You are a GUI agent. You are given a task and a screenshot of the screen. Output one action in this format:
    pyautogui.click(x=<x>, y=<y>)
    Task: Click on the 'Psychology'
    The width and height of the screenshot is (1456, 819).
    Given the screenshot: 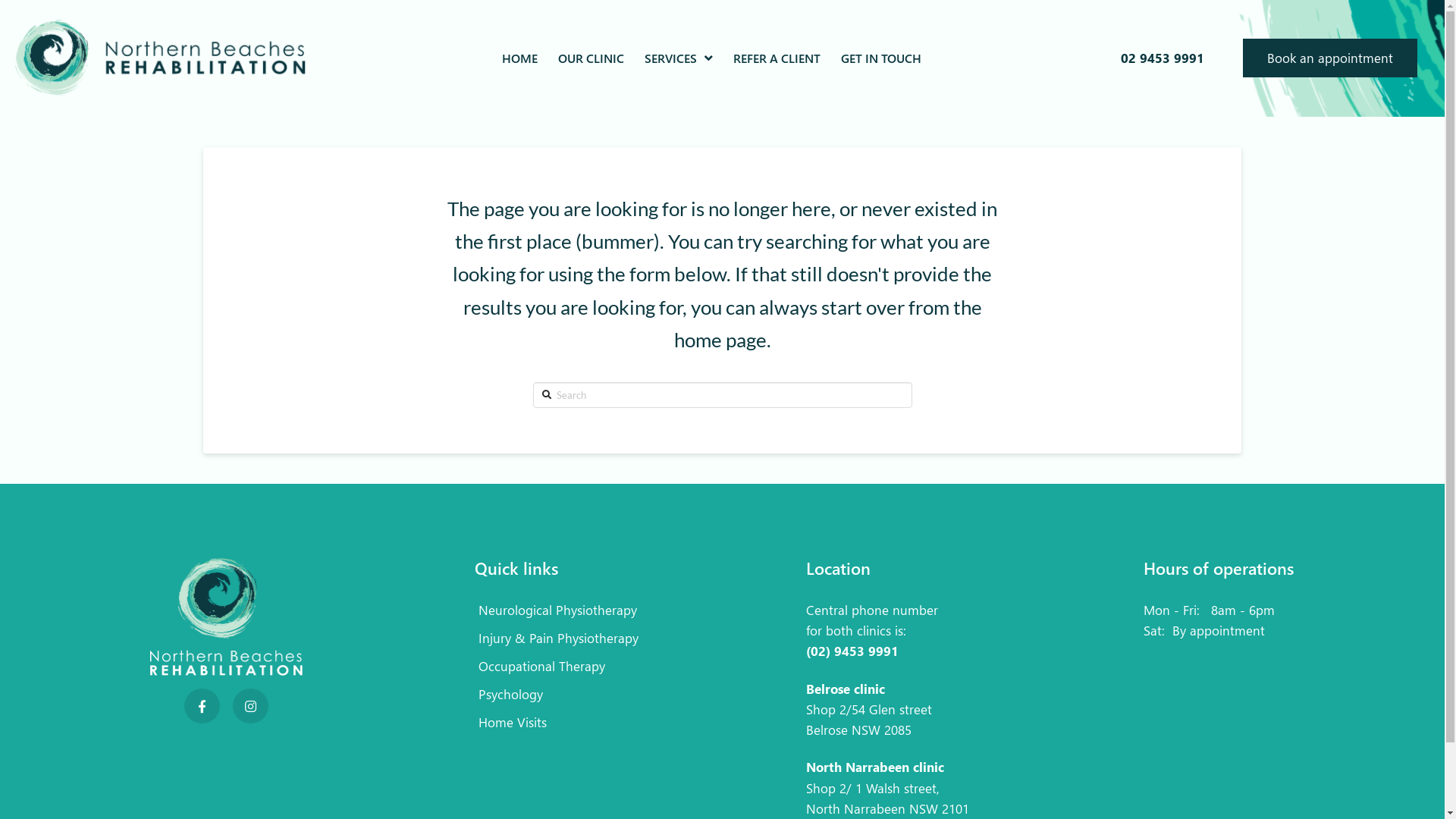 What is the action you would take?
    pyautogui.click(x=473, y=698)
    